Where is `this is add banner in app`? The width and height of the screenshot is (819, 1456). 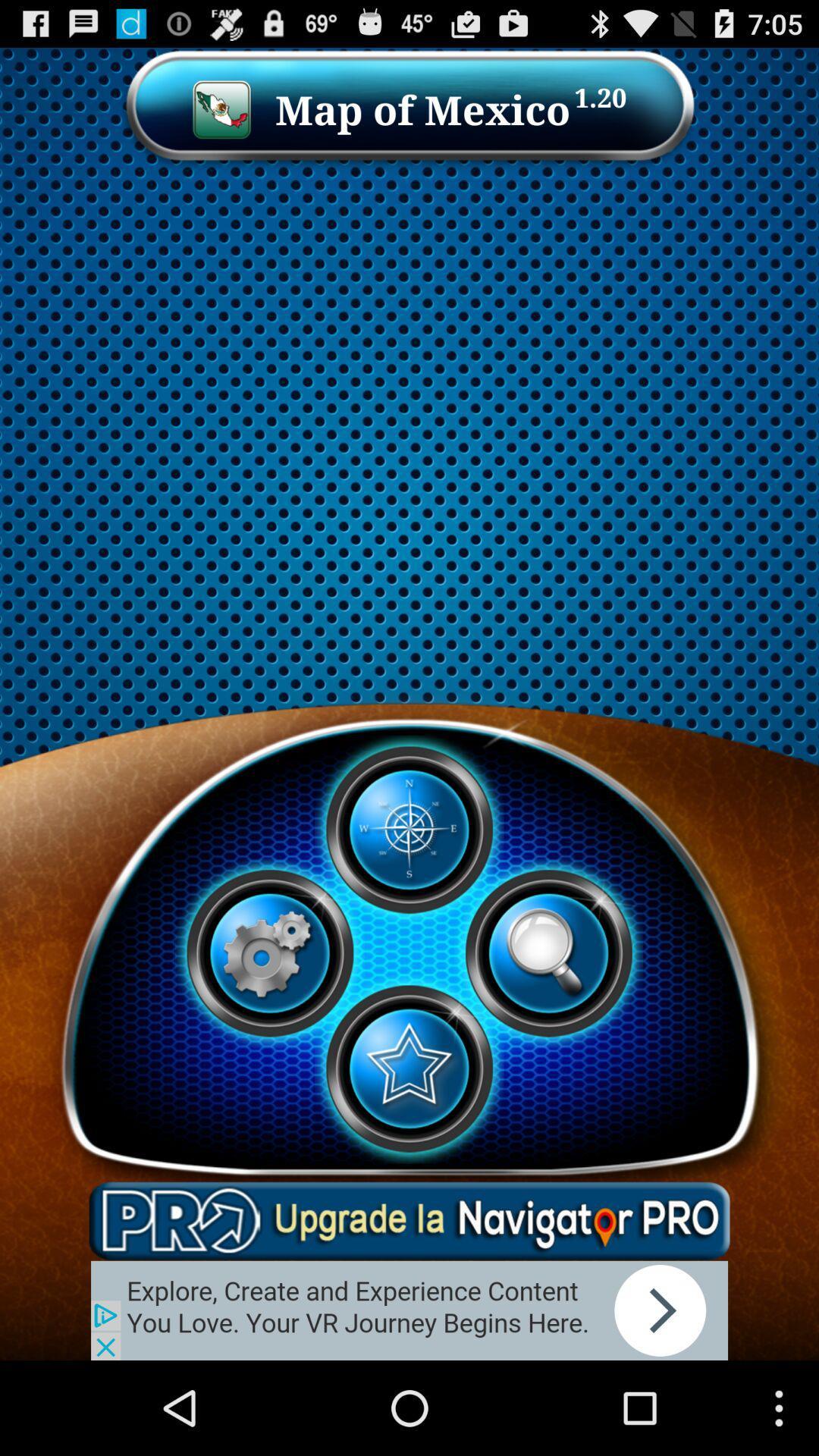 this is add banner in app is located at coordinates (409, 1221).